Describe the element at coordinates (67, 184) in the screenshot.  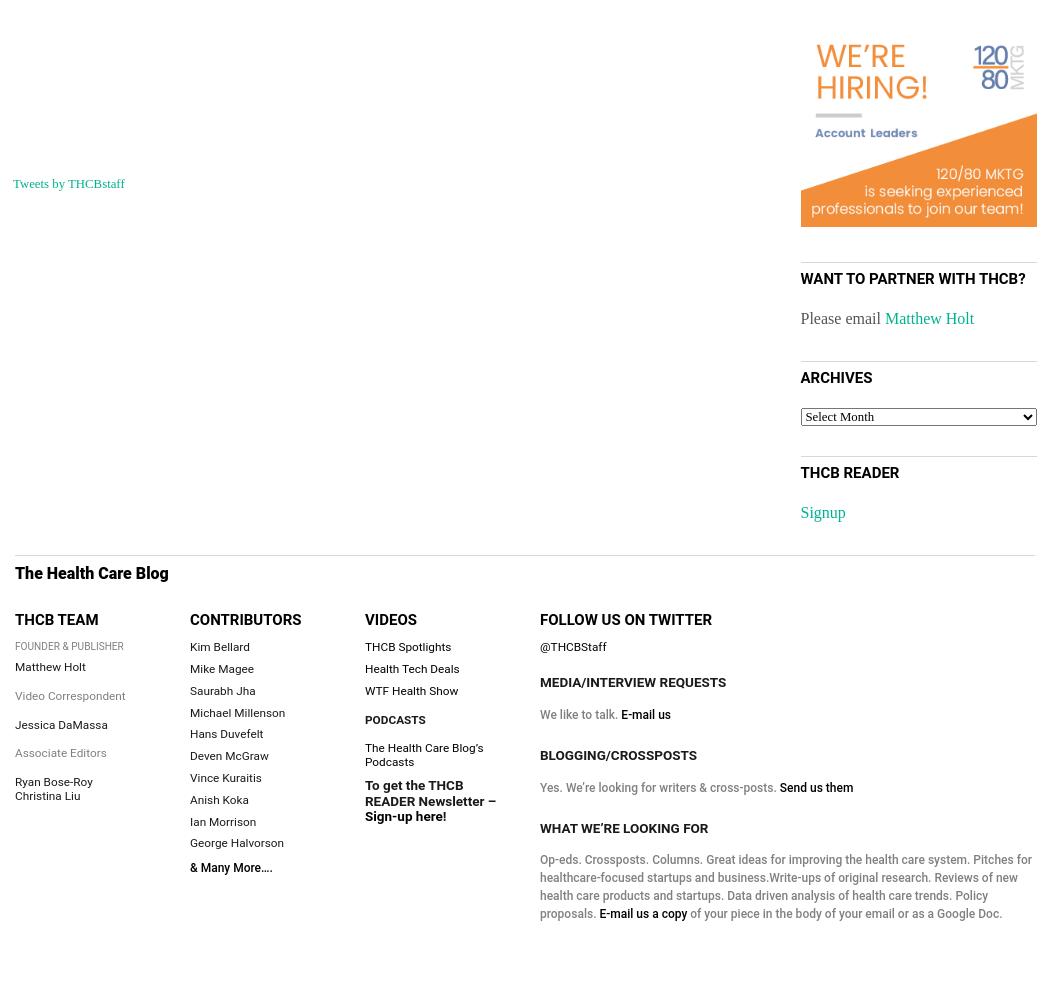
I see `'Tweets by THCBstaff'` at that location.